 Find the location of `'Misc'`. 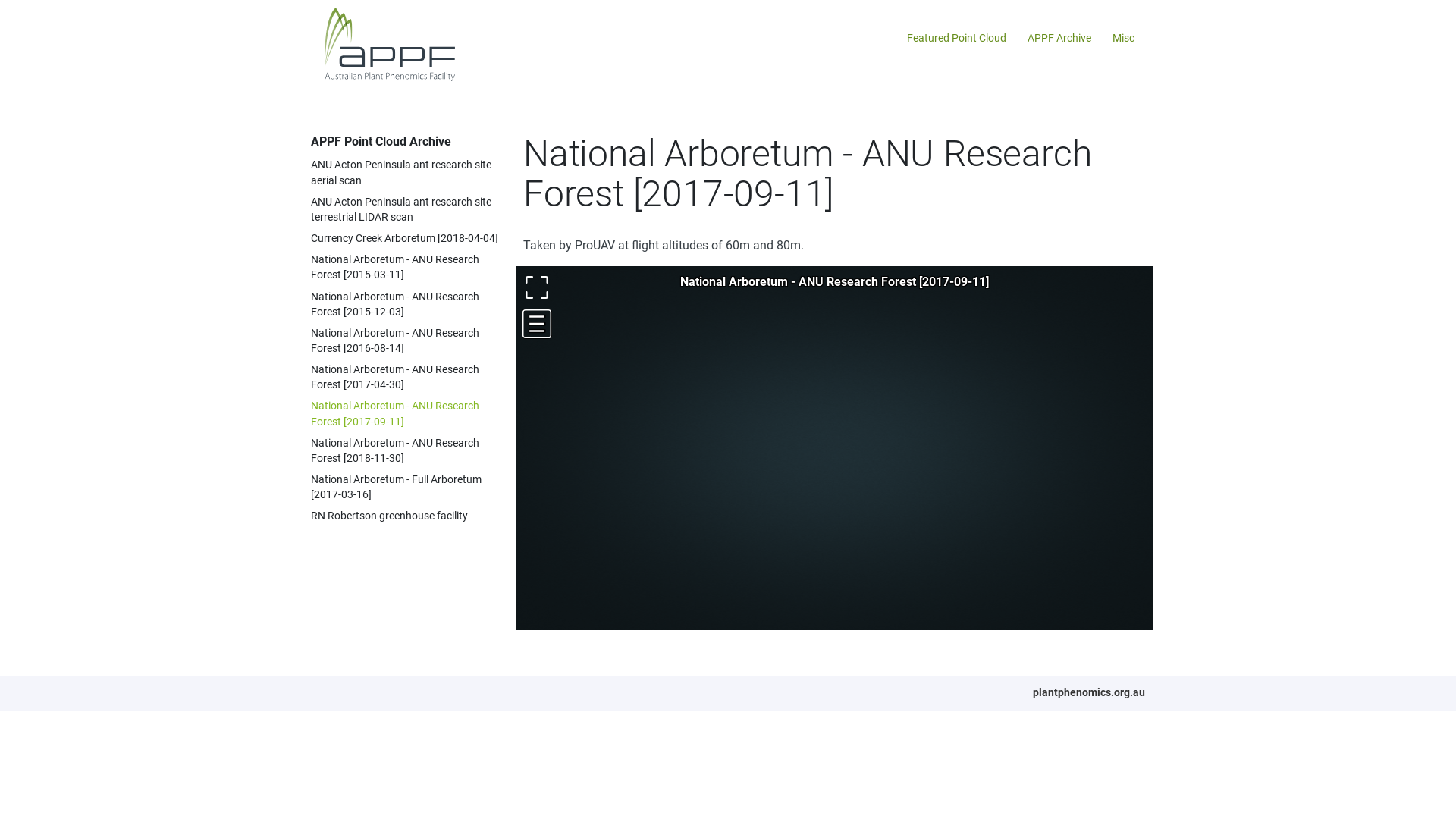

'Misc' is located at coordinates (1123, 37).